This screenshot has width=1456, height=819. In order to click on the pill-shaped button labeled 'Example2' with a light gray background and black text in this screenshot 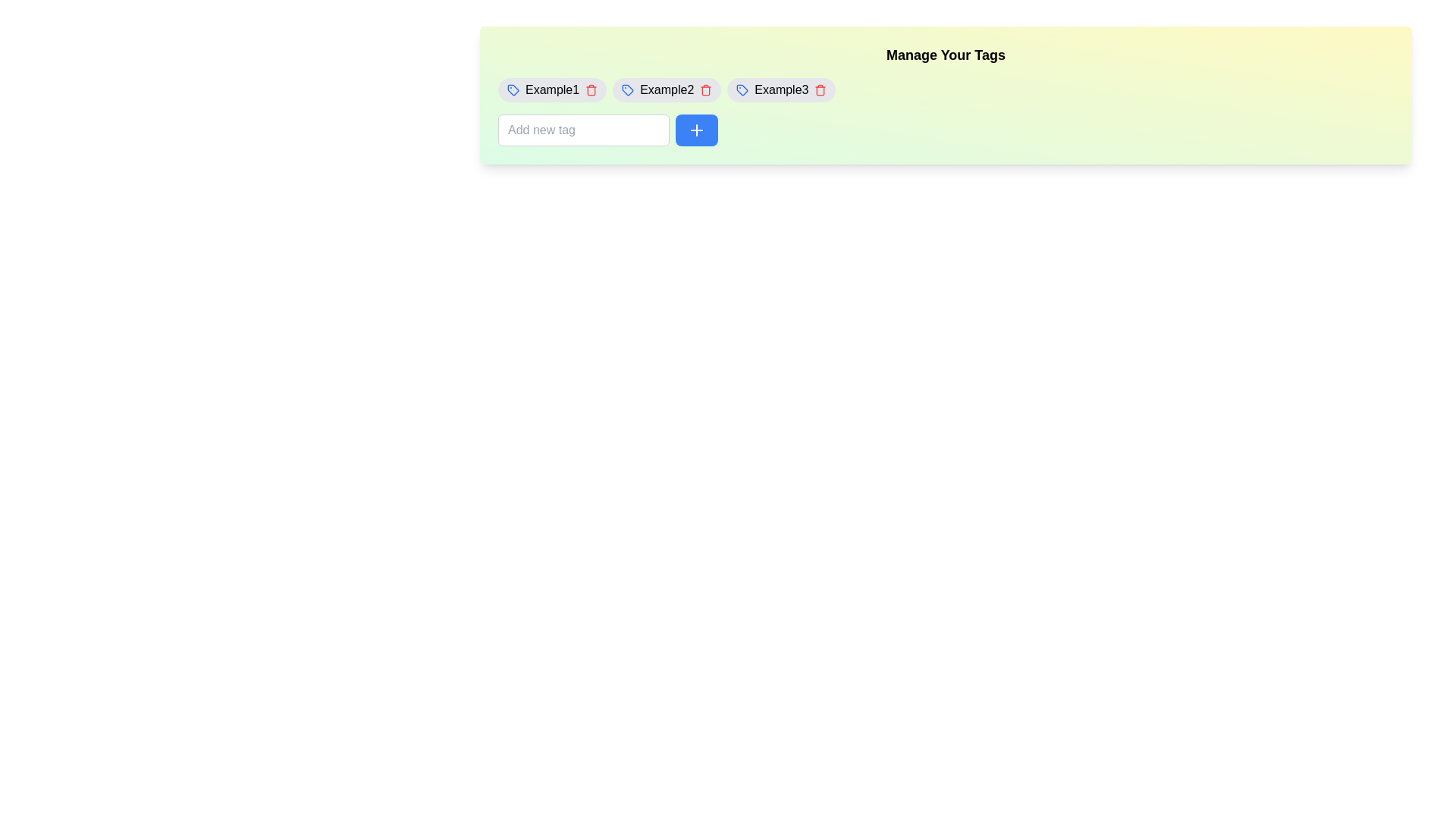, I will do `click(667, 90)`.